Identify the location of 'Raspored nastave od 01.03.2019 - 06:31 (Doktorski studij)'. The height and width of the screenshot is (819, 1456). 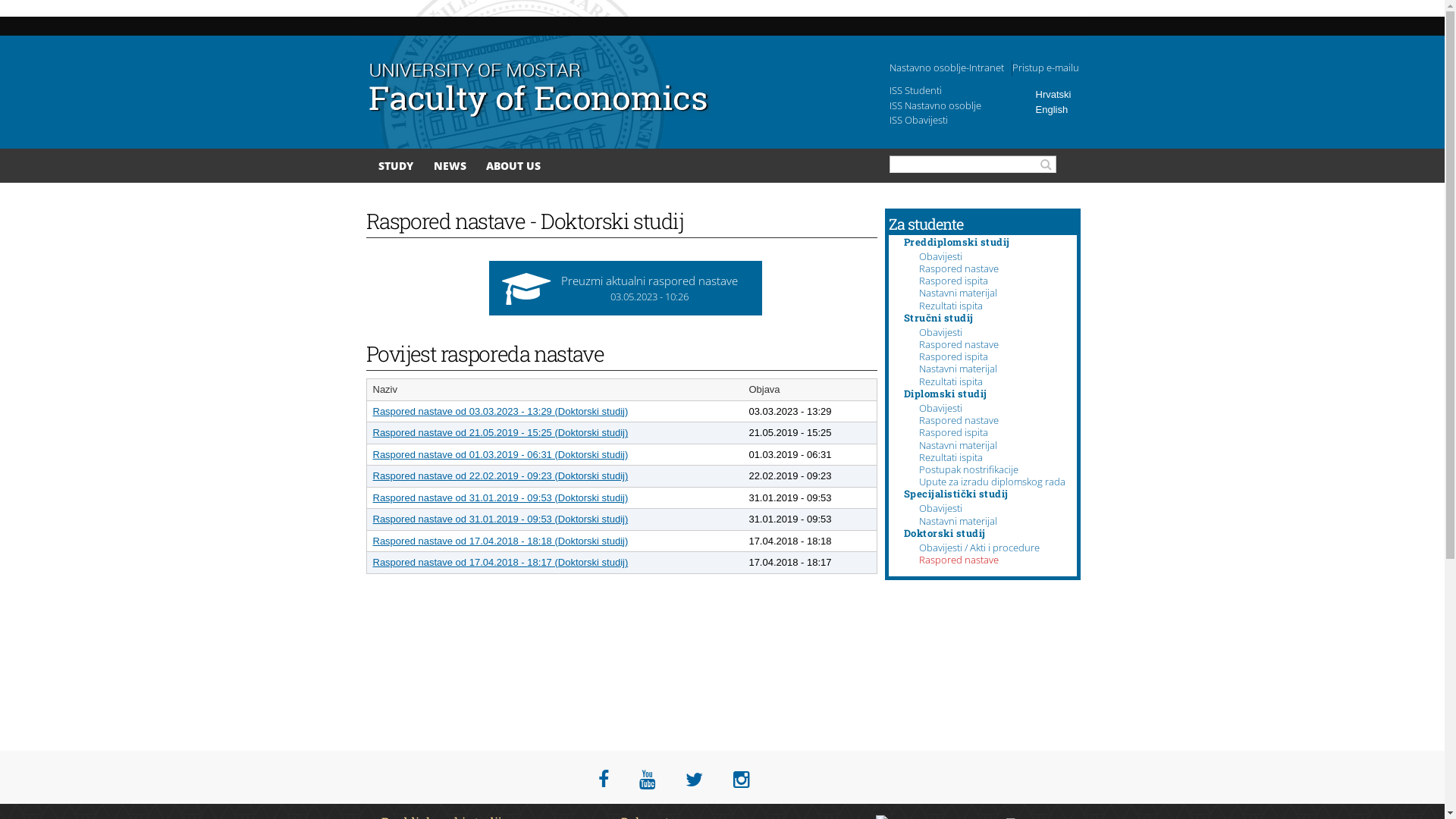
(500, 453).